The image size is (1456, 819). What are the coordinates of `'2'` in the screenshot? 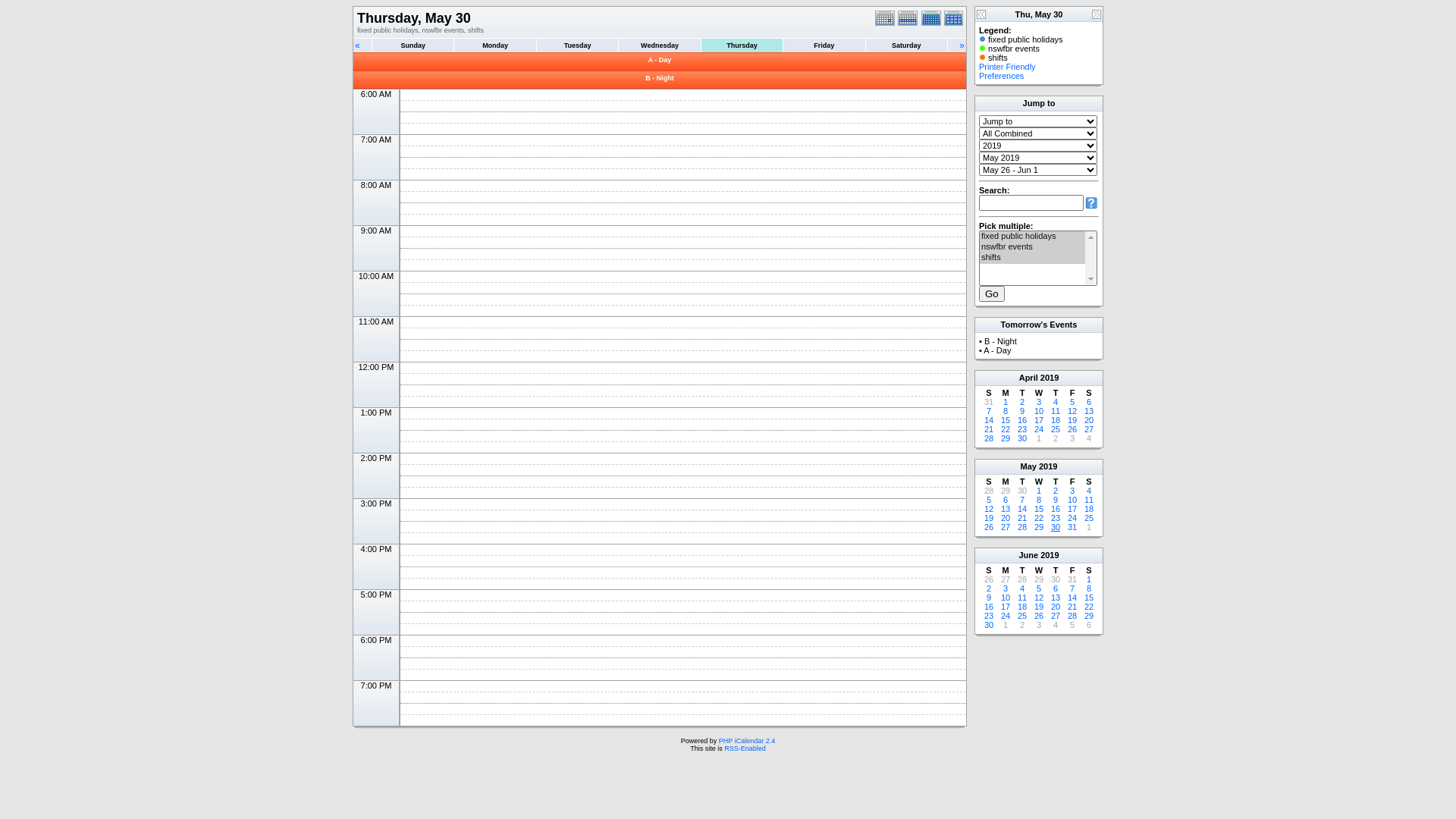 It's located at (1022, 400).